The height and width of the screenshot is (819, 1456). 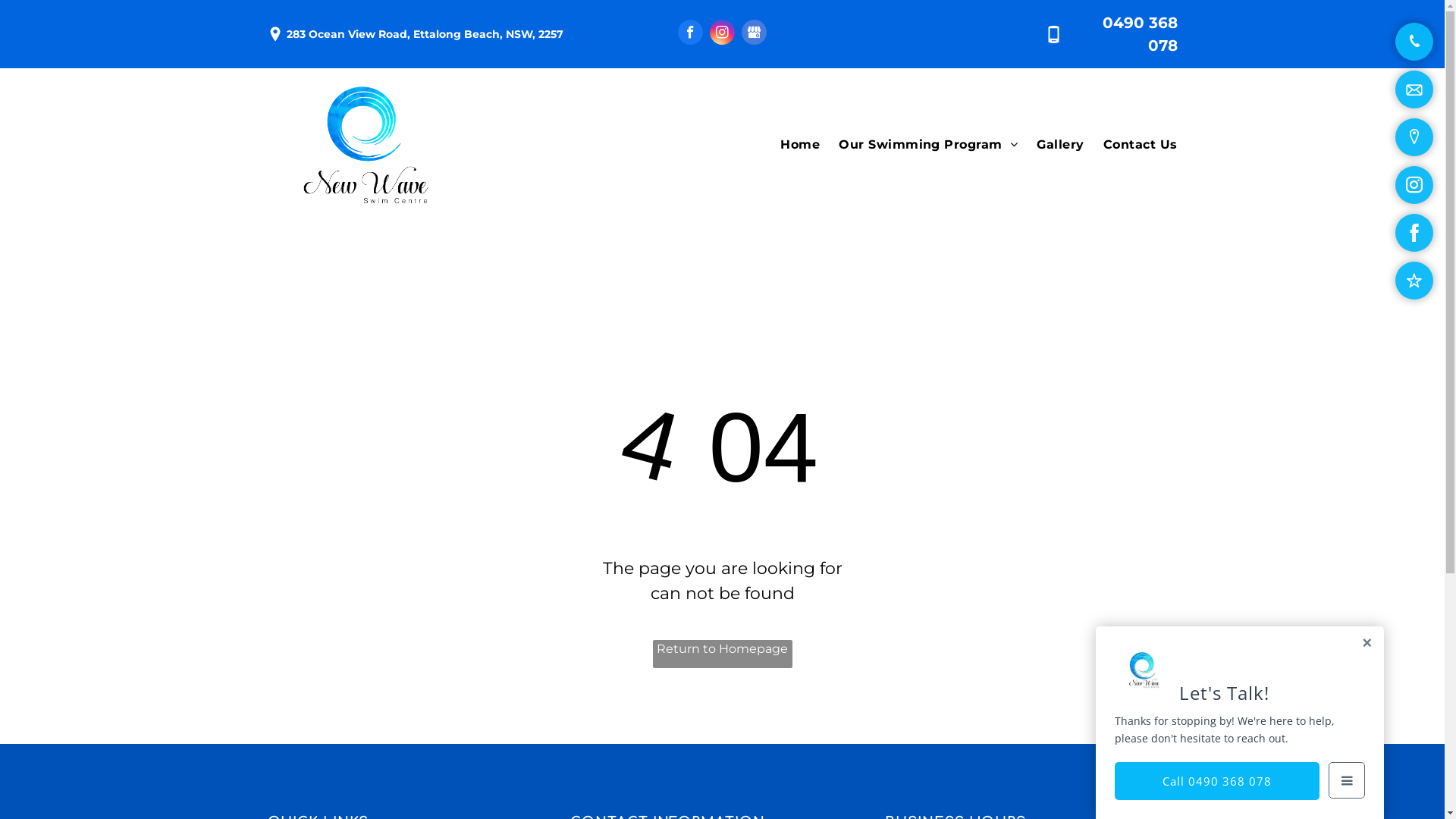 What do you see at coordinates (918, 145) in the screenshot?
I see `'Our Swimming Program'` at bounding box center [918, 145].